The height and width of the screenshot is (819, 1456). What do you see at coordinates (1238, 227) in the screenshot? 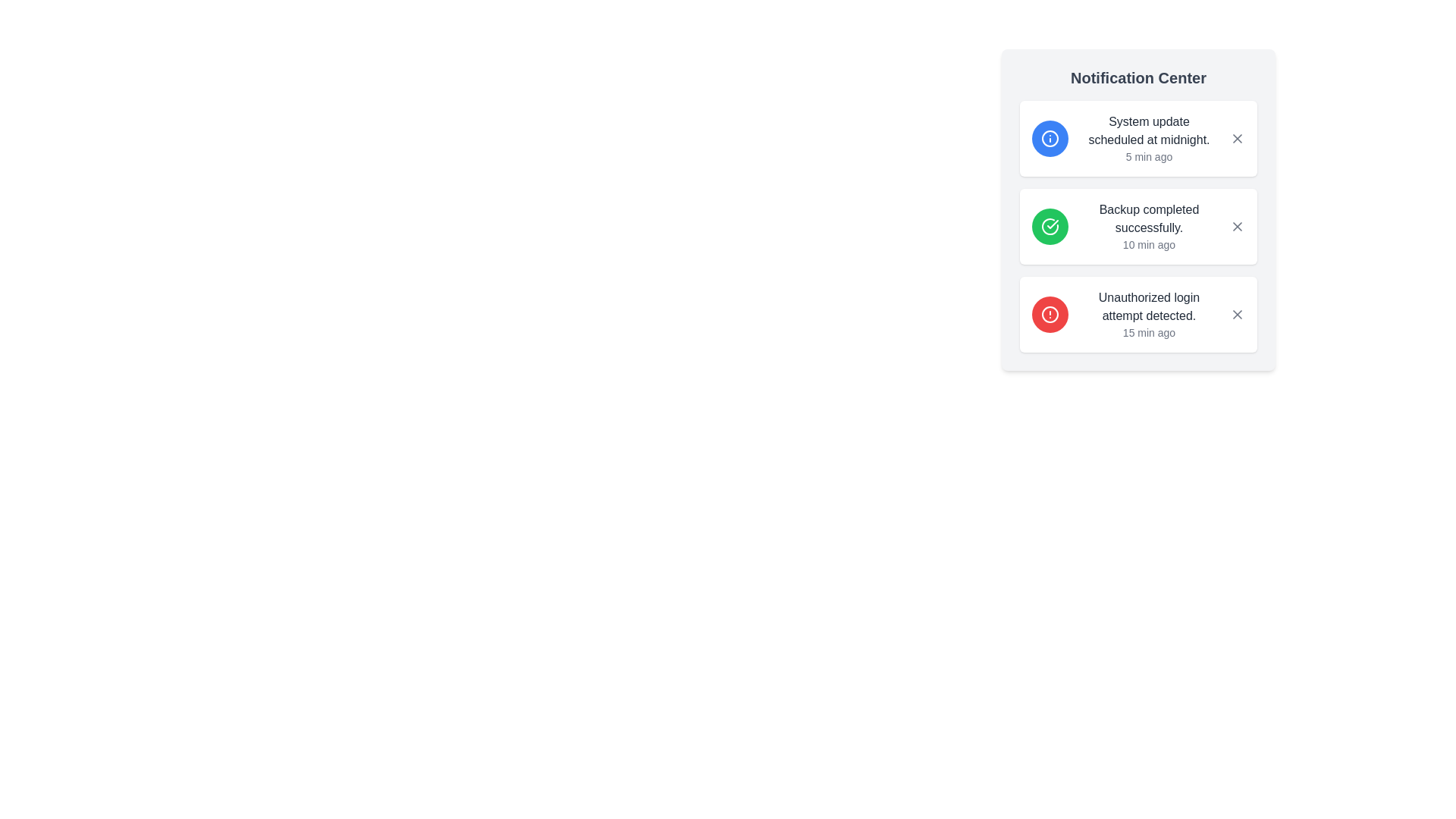
I see `the close button located at the far right of the notification labeled 'Backup completed successfully. 10 min ago'` at bounding box center [1238, 227].